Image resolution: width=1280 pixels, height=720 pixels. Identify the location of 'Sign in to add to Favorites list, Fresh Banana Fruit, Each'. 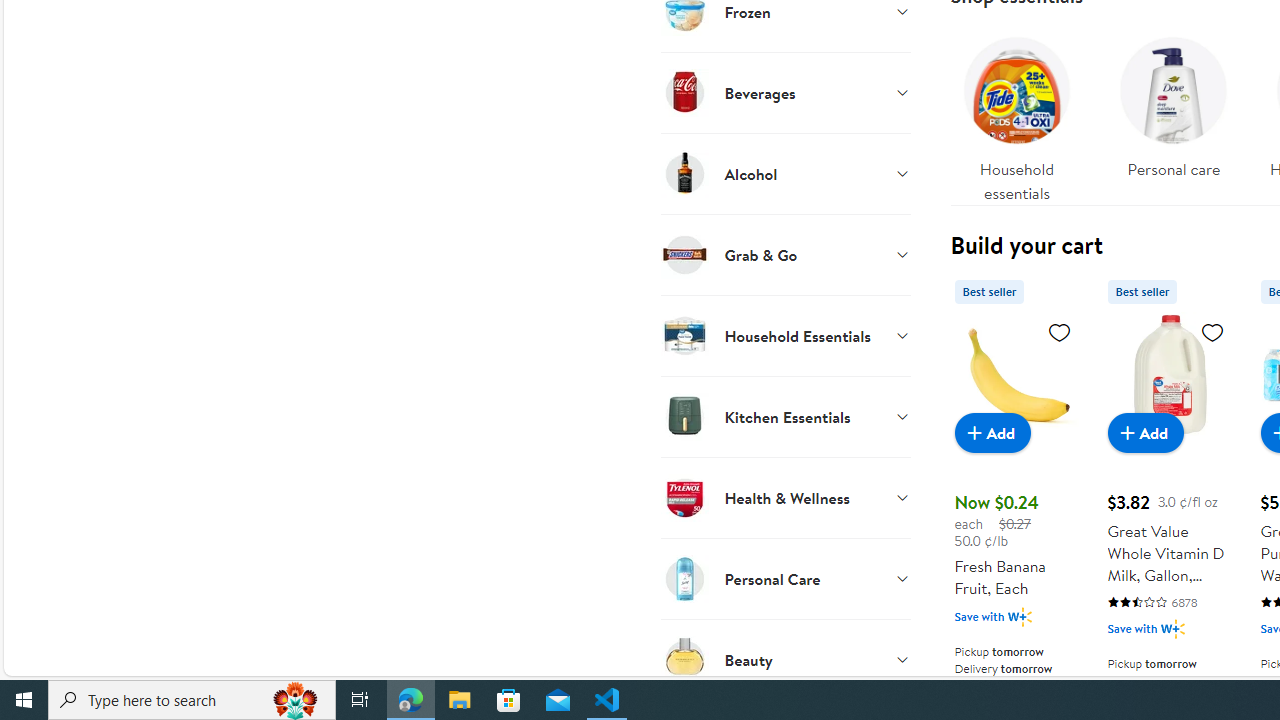
(1058, 330).